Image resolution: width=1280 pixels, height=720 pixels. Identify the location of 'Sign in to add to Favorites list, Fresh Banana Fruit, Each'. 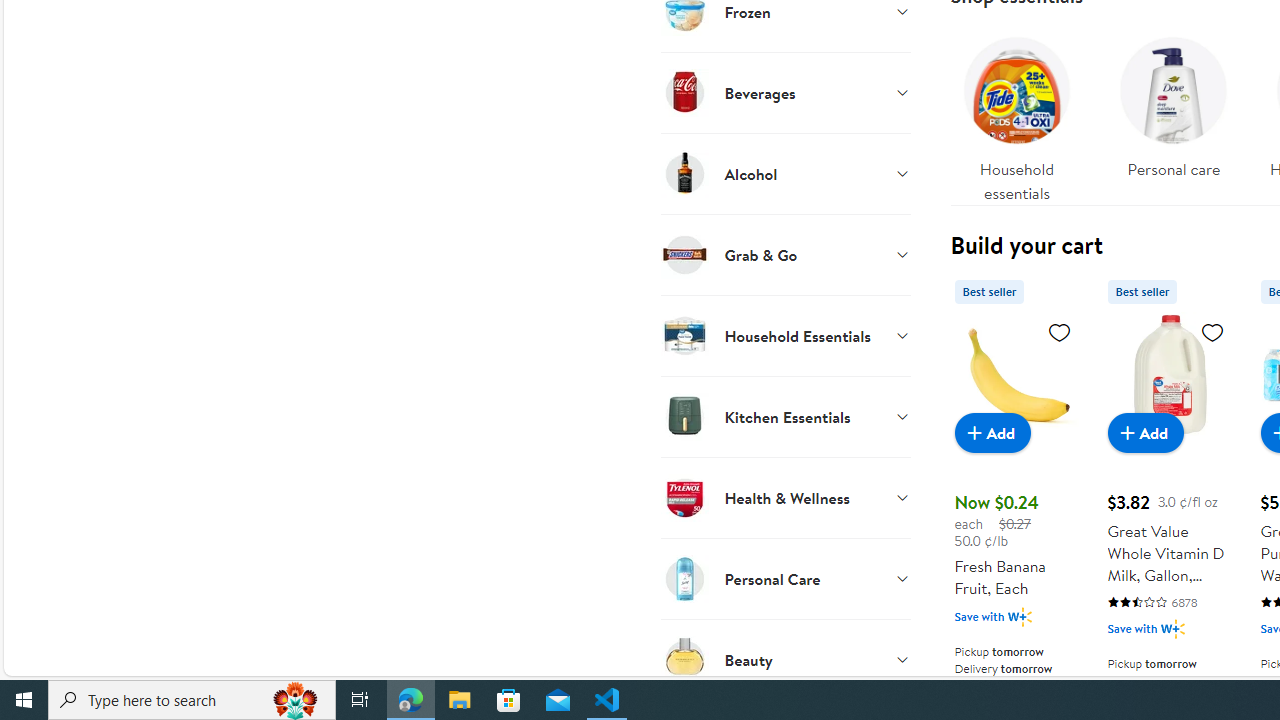
(1058, 330).